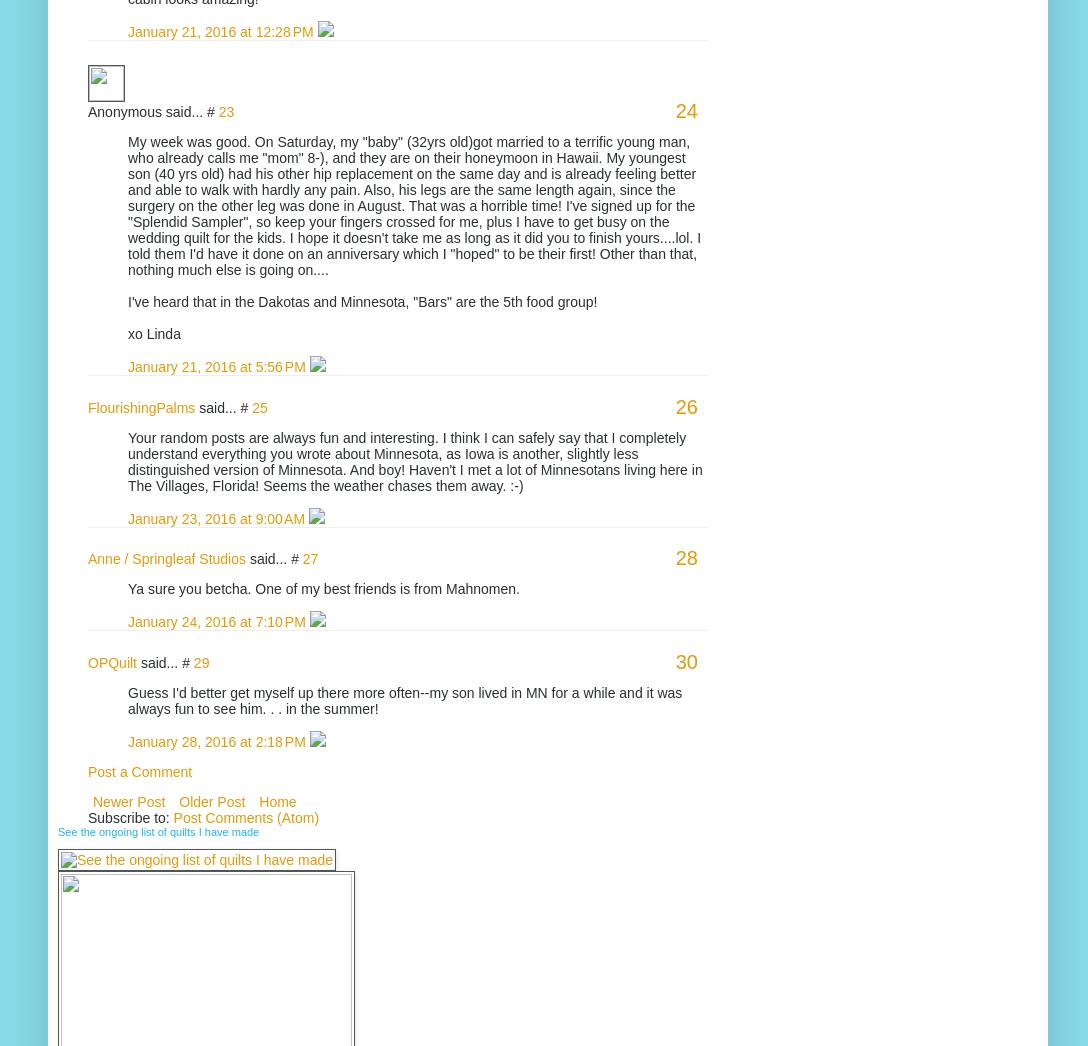 The height and width of the screenshot is (1046, 1088). I want to click on 'January 23, 2016 at 9:00 AM', so click(217, 517).